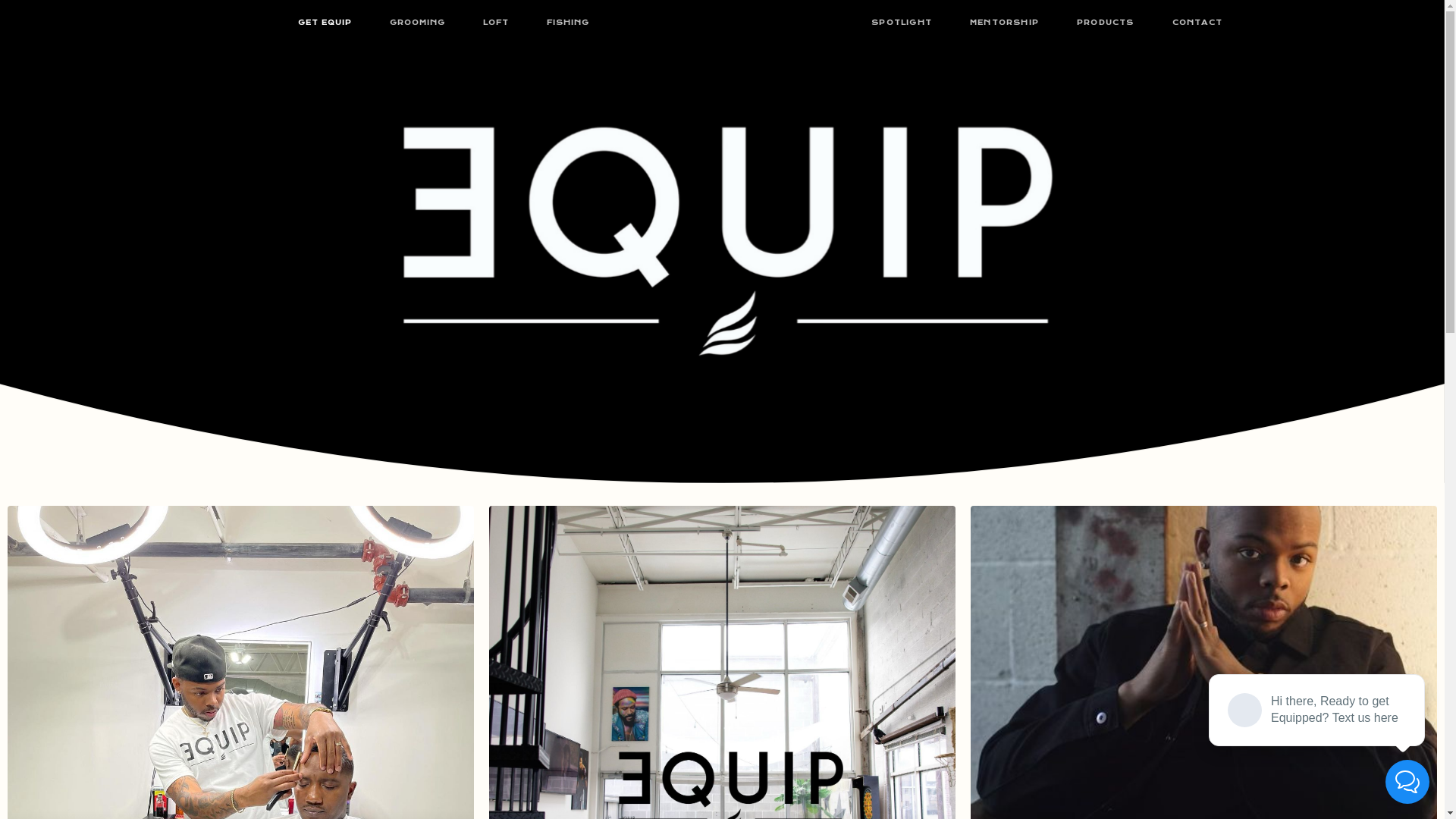 Image resolution: width=1456 pixels, height=819 pixels. I want to click on 'MENTORSHIP', so click(949, 23).